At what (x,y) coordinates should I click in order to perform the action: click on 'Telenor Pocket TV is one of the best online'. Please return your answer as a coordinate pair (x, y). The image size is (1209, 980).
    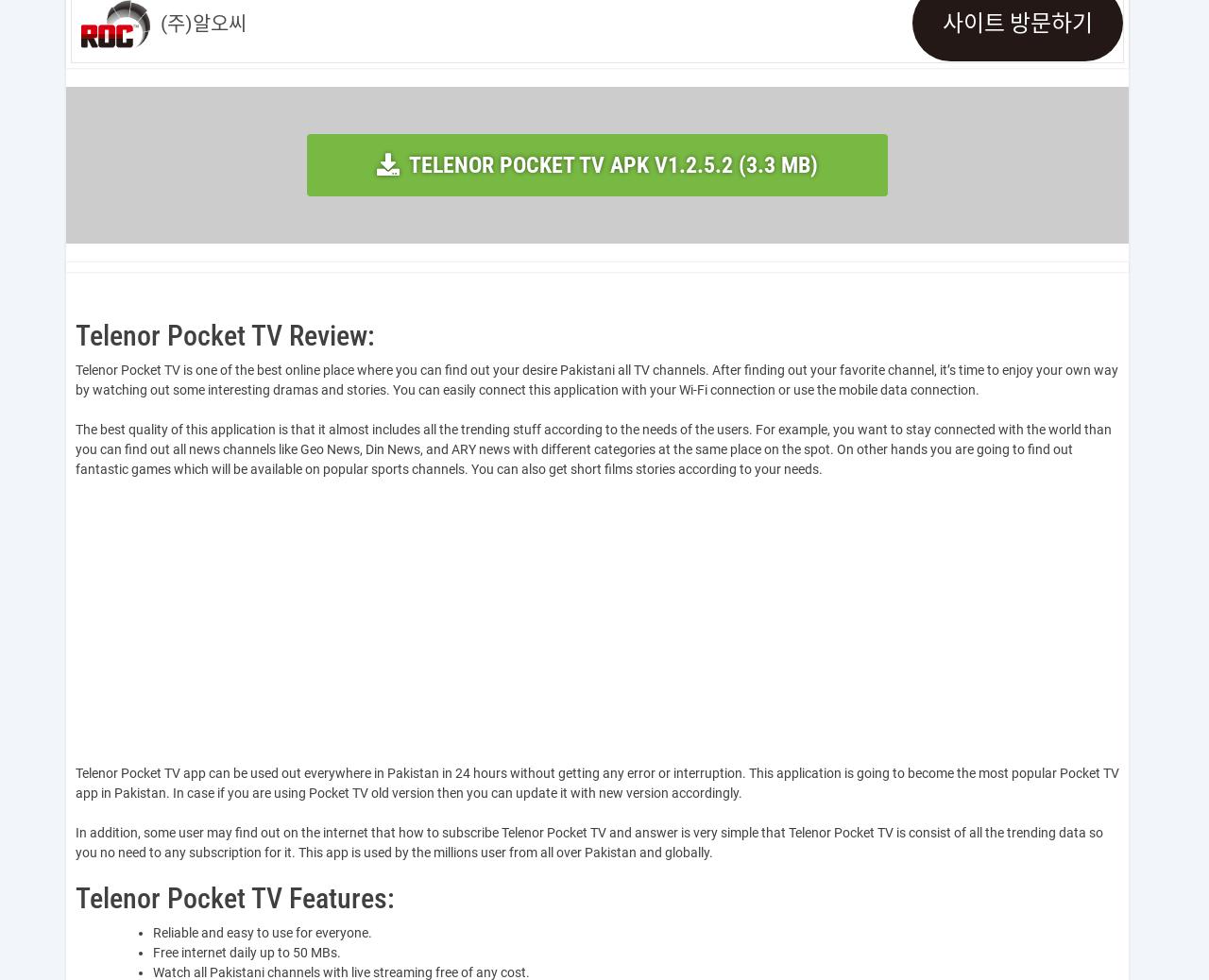
    Looking at the image, I should click on (198, 369).